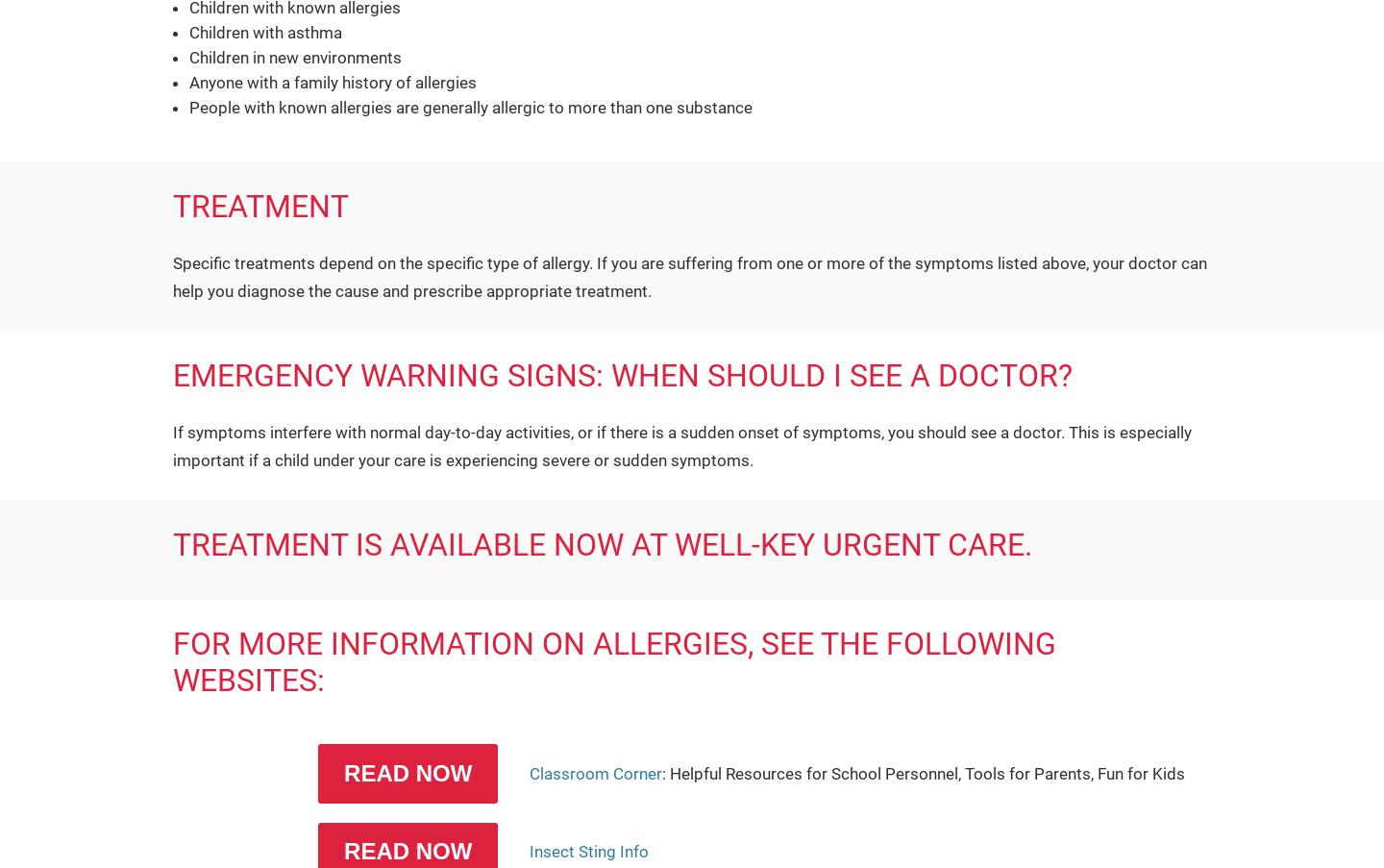 Image resolution: width=1384 pixels, height=868 pixels. What do you see at coordinates (601, 543) in the screenshot?
I see `'TREATMENT IS AVAILABLE NOW AT WELL-KEY URGENT CARE.'` at bounding box center [601, 543].